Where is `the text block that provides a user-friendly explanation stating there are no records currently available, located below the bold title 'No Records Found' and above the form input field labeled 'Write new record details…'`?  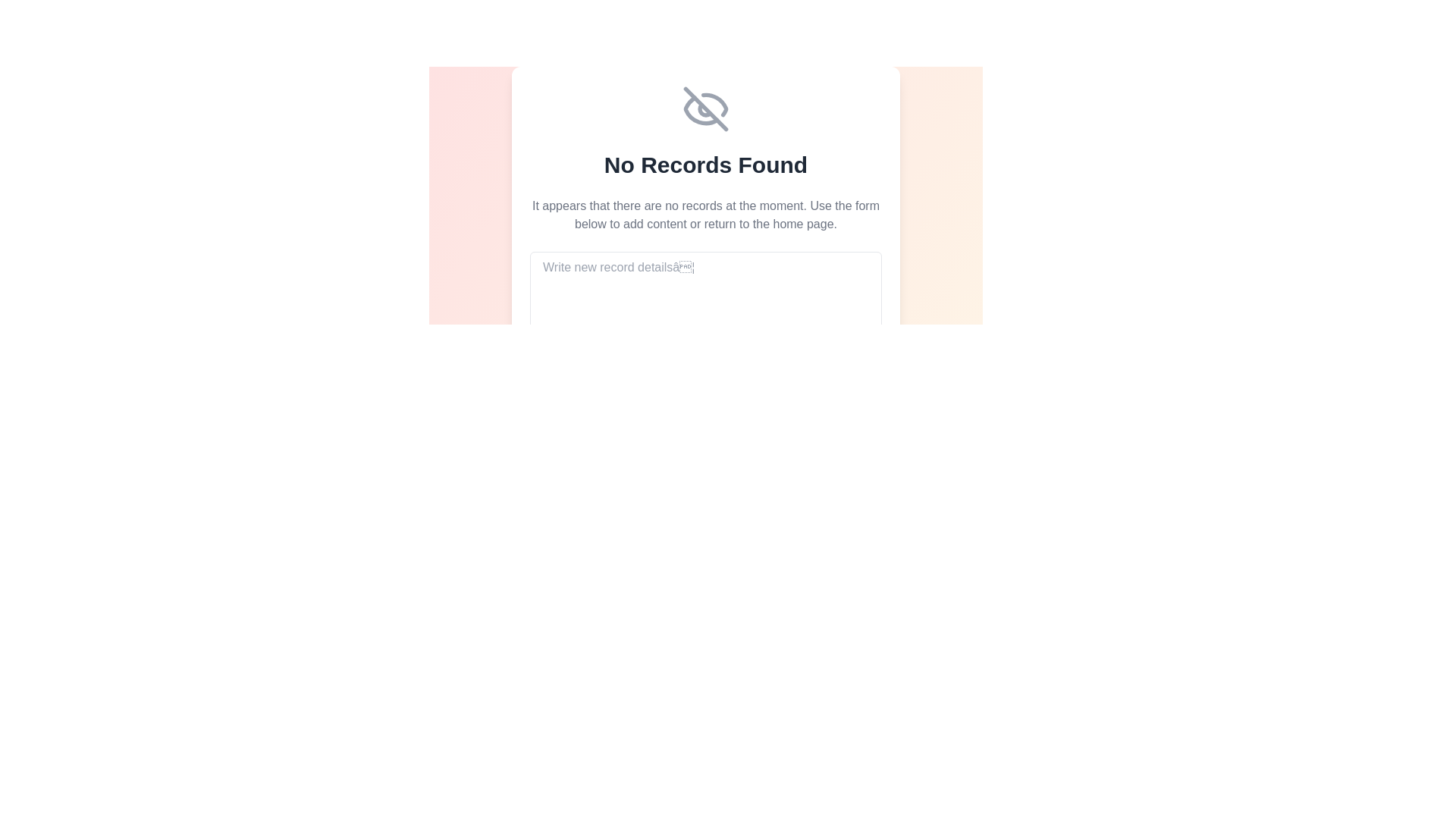
the text block that provides a user-friendly explanation stating there are no records currently available, located below the bold title 'No Records Found' and above the form input field labeled 'Write new record details…' is located at coordinates (705, 215).